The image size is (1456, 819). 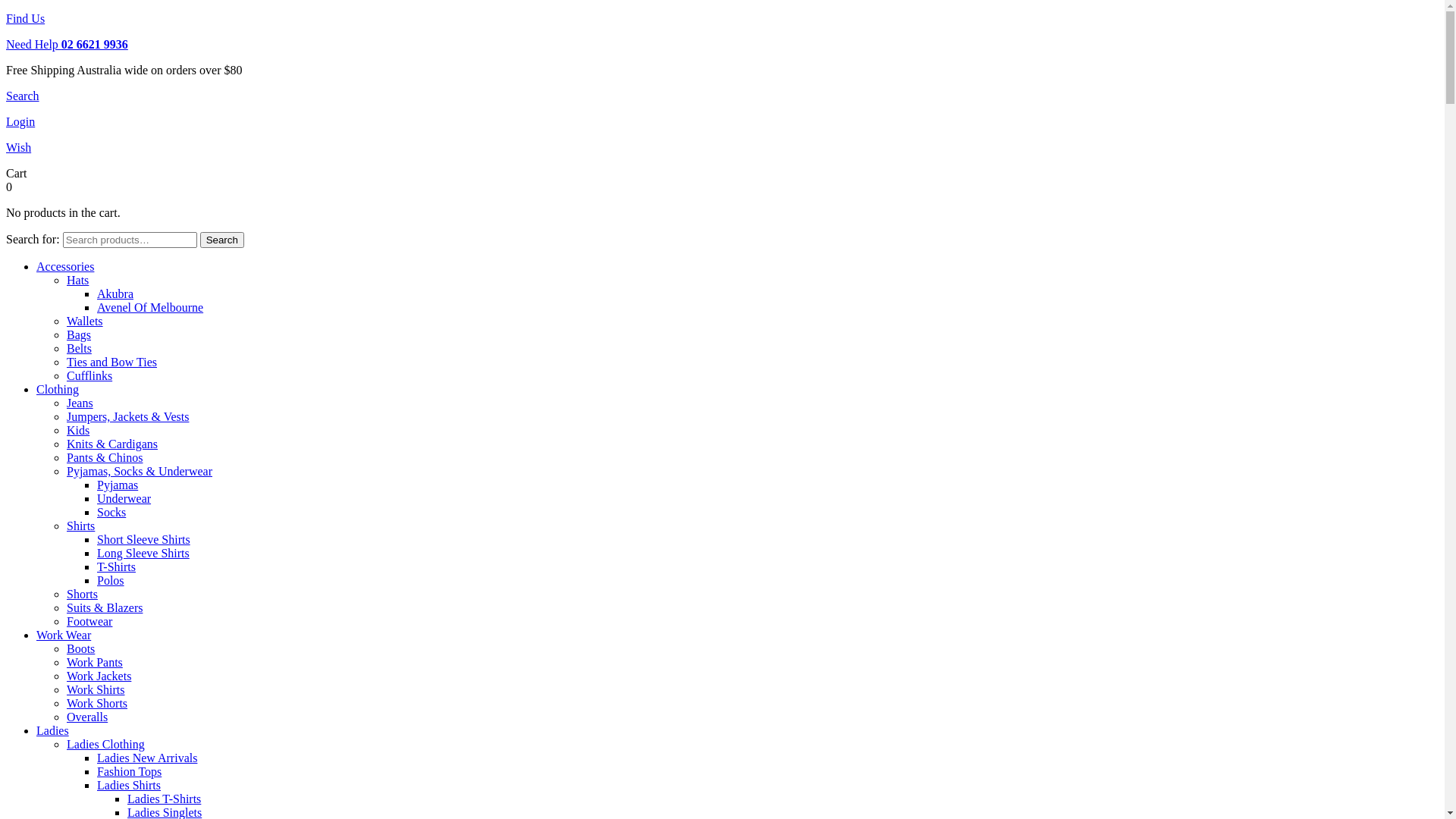 What do you see at coordinates (65, 593) in the screenshot?
I see `'Shorts'` at bounding box center [65, 593].